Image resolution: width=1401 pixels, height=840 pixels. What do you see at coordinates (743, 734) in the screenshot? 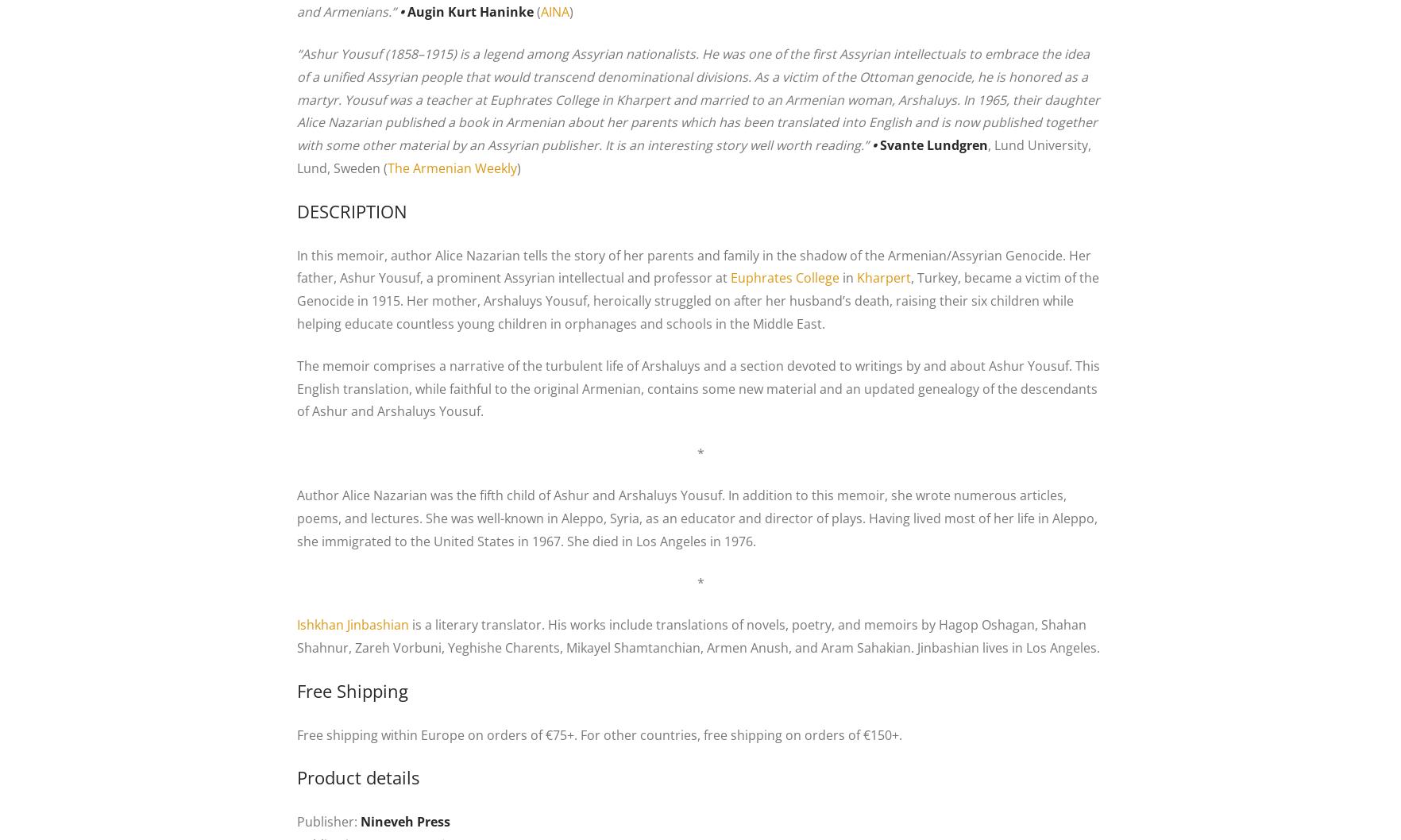
I see `'For other countries, free shipping on orders of €150+.'` at bounding box center [743, 734].